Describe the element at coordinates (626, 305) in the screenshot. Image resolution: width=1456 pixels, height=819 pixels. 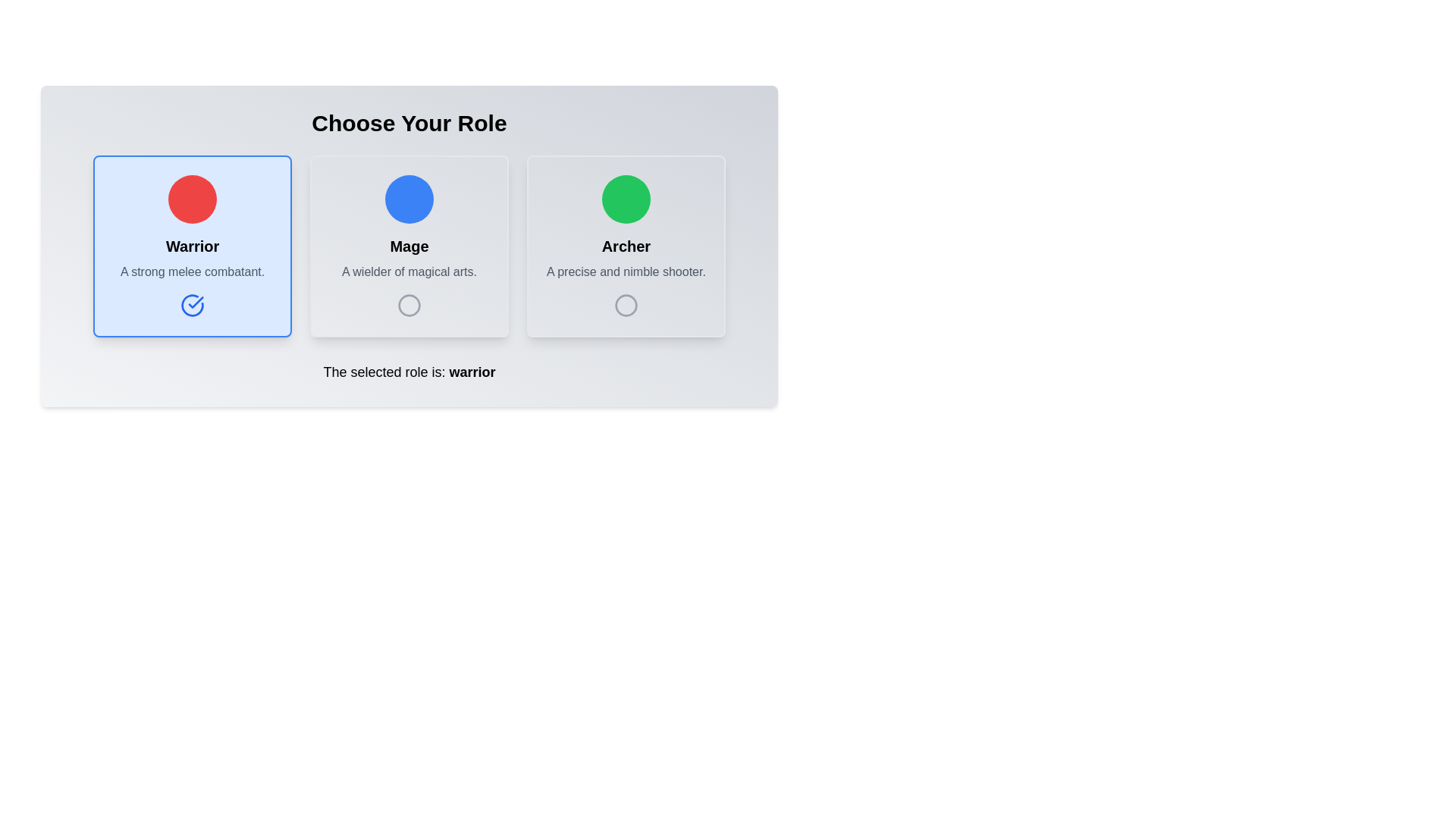
I see `the unselected Radio button icon for the 'Archer' role located under the 'Choose Your Role' interface to activate hover effects` at that location.